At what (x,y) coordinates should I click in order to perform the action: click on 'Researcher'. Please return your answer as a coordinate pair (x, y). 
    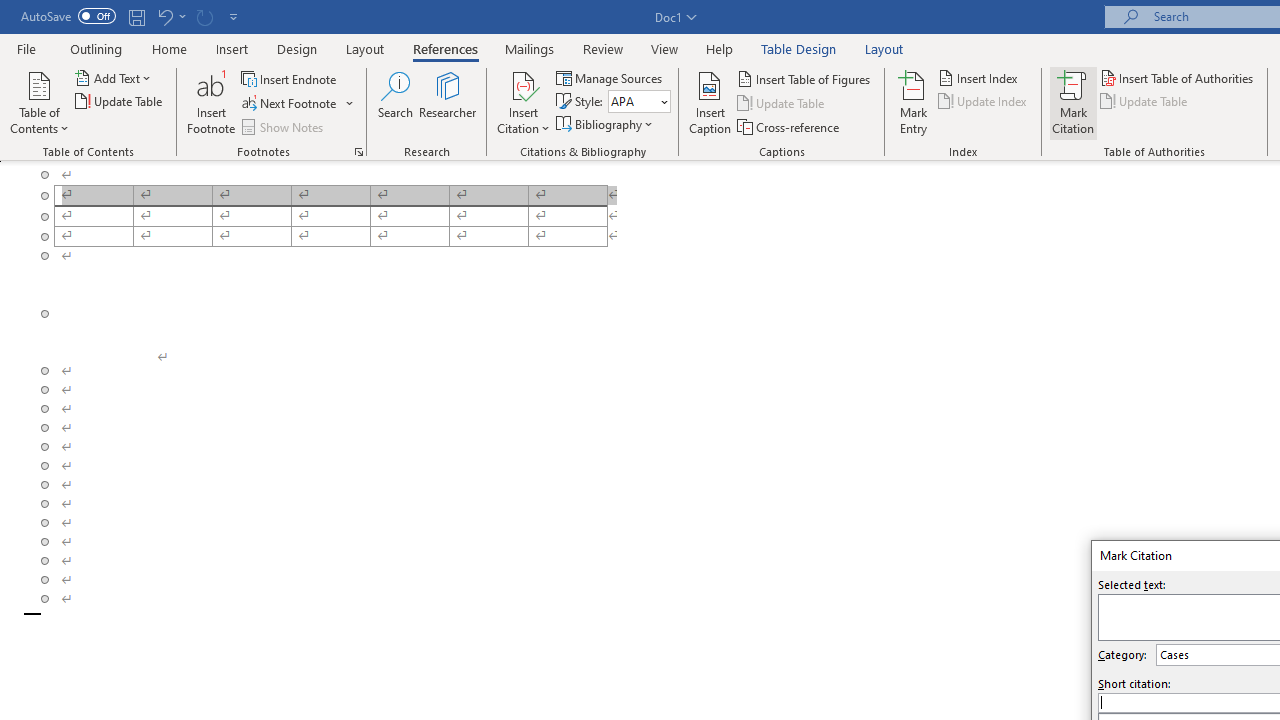
    Looking at the image, I should click on (447, 103).